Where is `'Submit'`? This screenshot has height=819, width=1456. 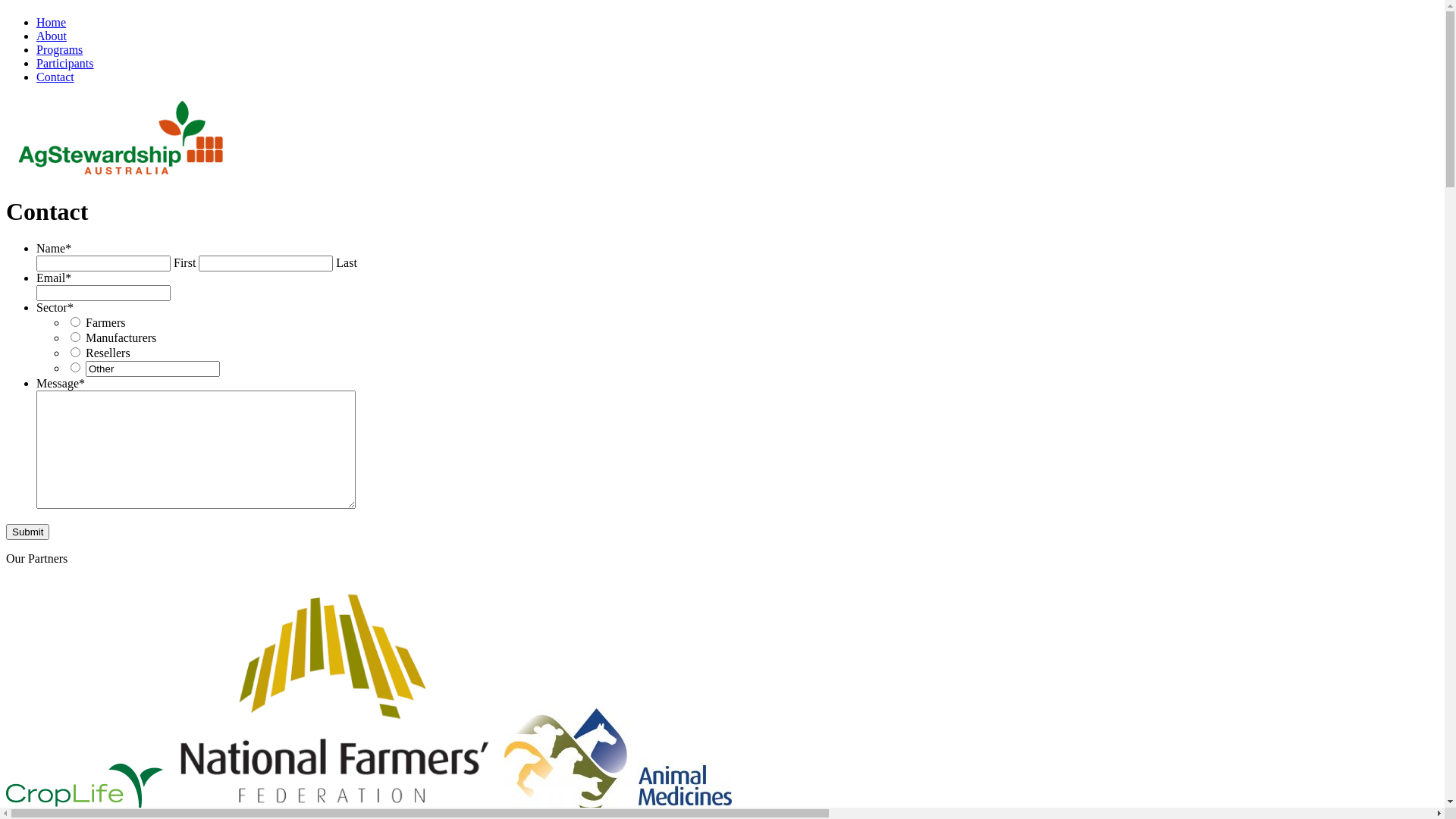
'Submit' is located at coordinates (27, 531).